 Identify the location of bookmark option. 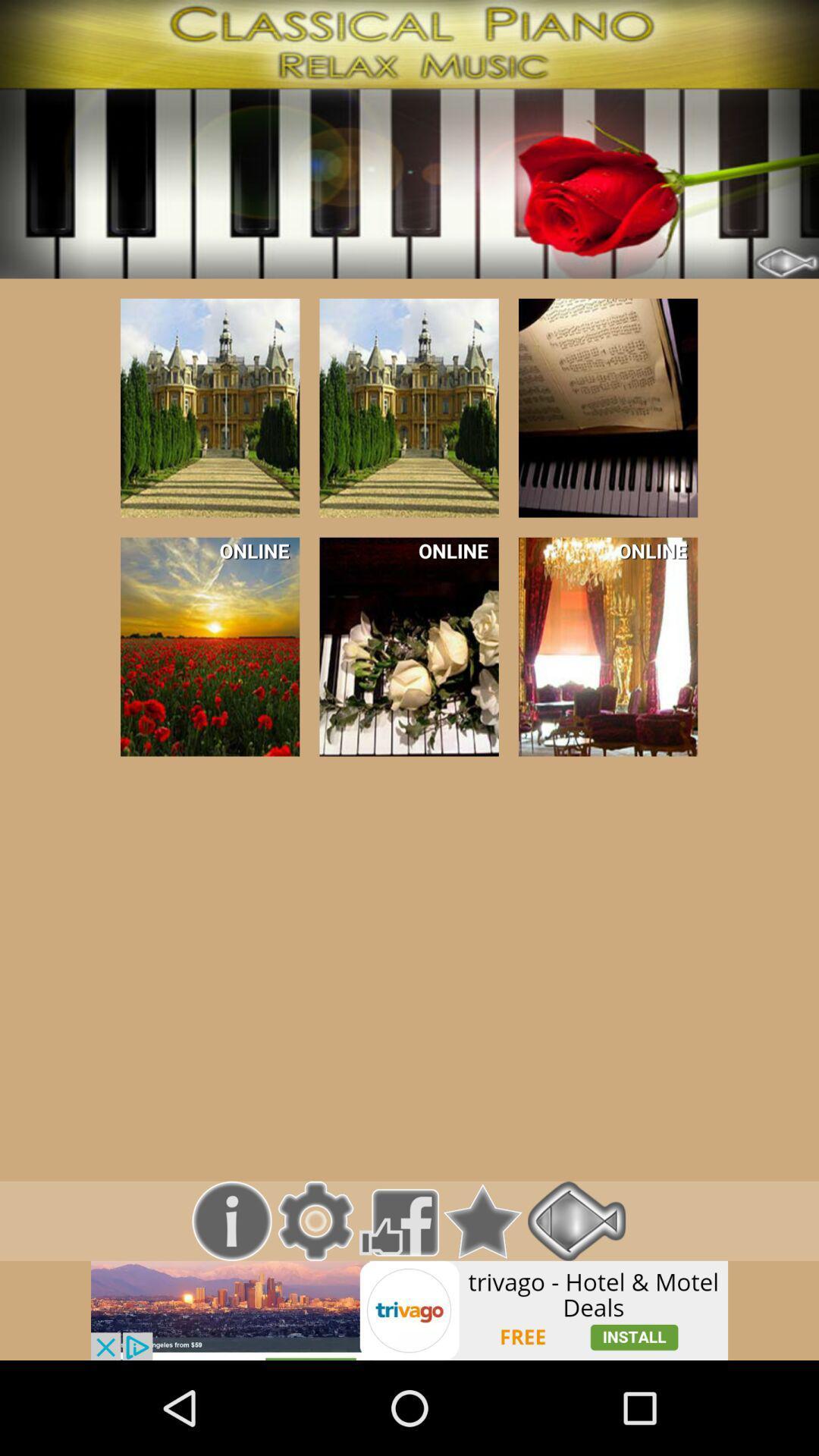
(482, 1221).